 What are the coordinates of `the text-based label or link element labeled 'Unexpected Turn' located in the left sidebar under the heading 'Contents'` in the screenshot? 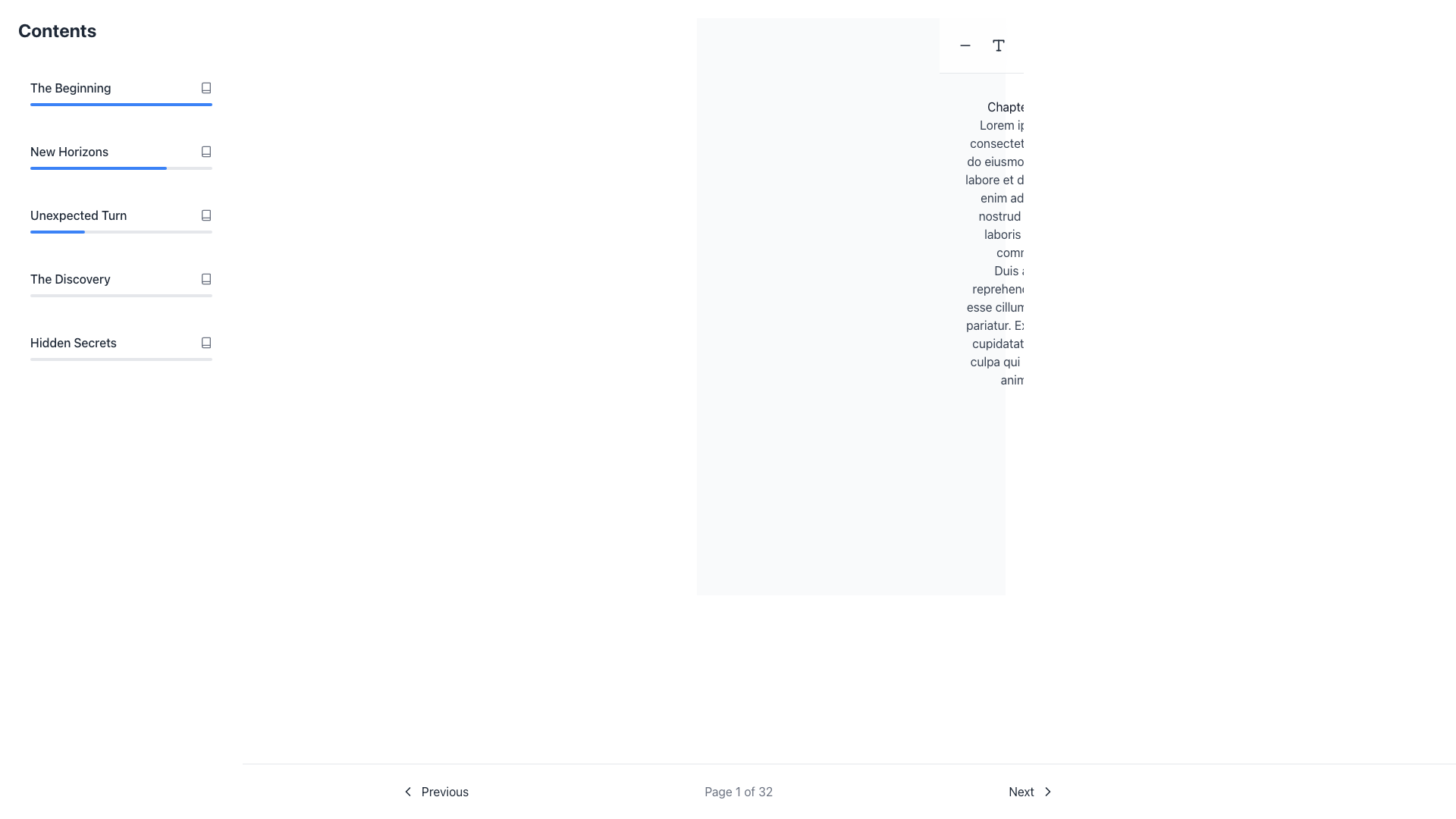 It's located at (120, 215).